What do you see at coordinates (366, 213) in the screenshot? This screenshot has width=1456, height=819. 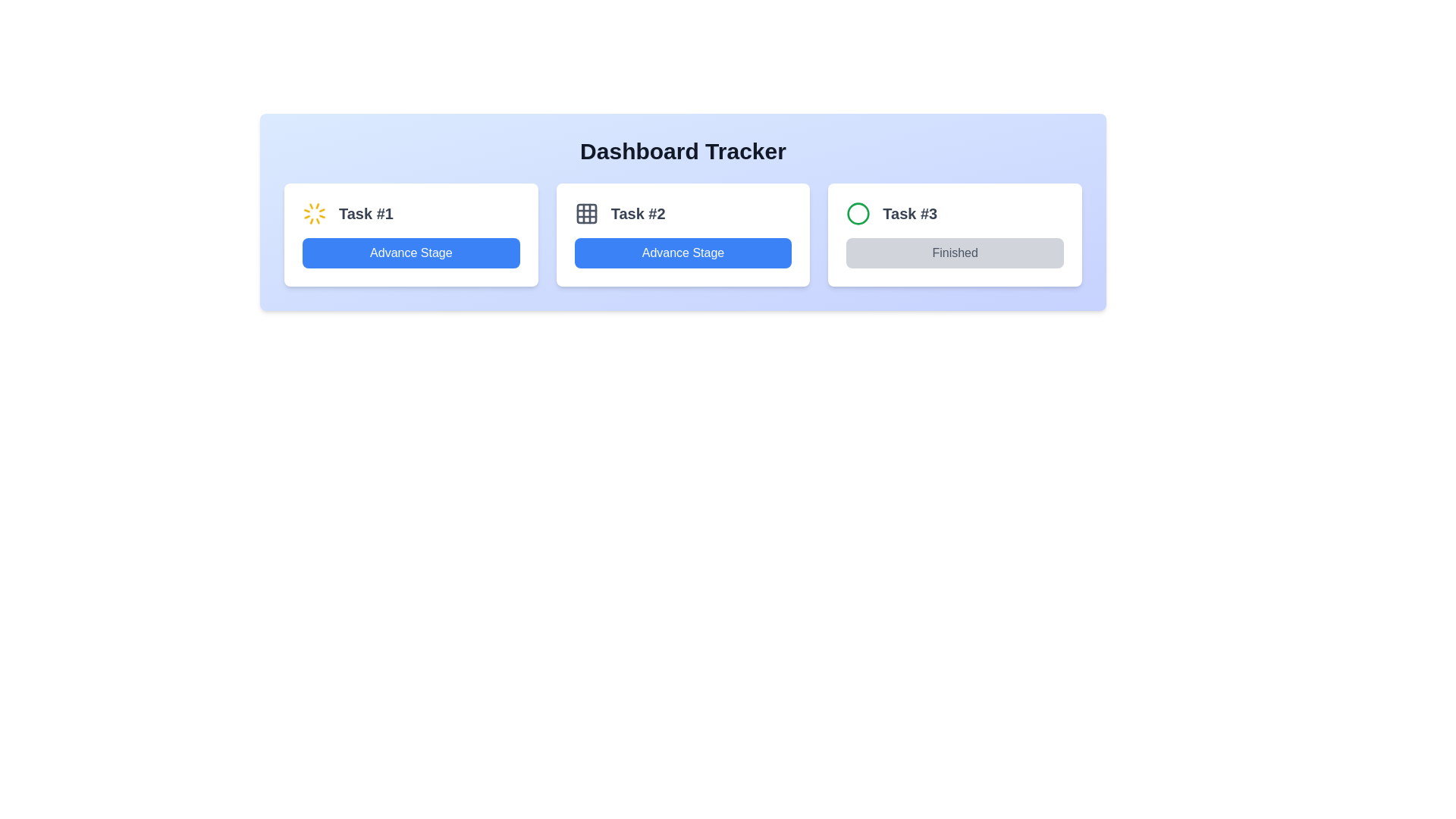 I see `the text label that serves as a header for the task card, located in the first card on the dashboard, which has a yellow spinning icon to the left and a blue button labeled 'Advance Stage' below` at bounding box center [366, 213].